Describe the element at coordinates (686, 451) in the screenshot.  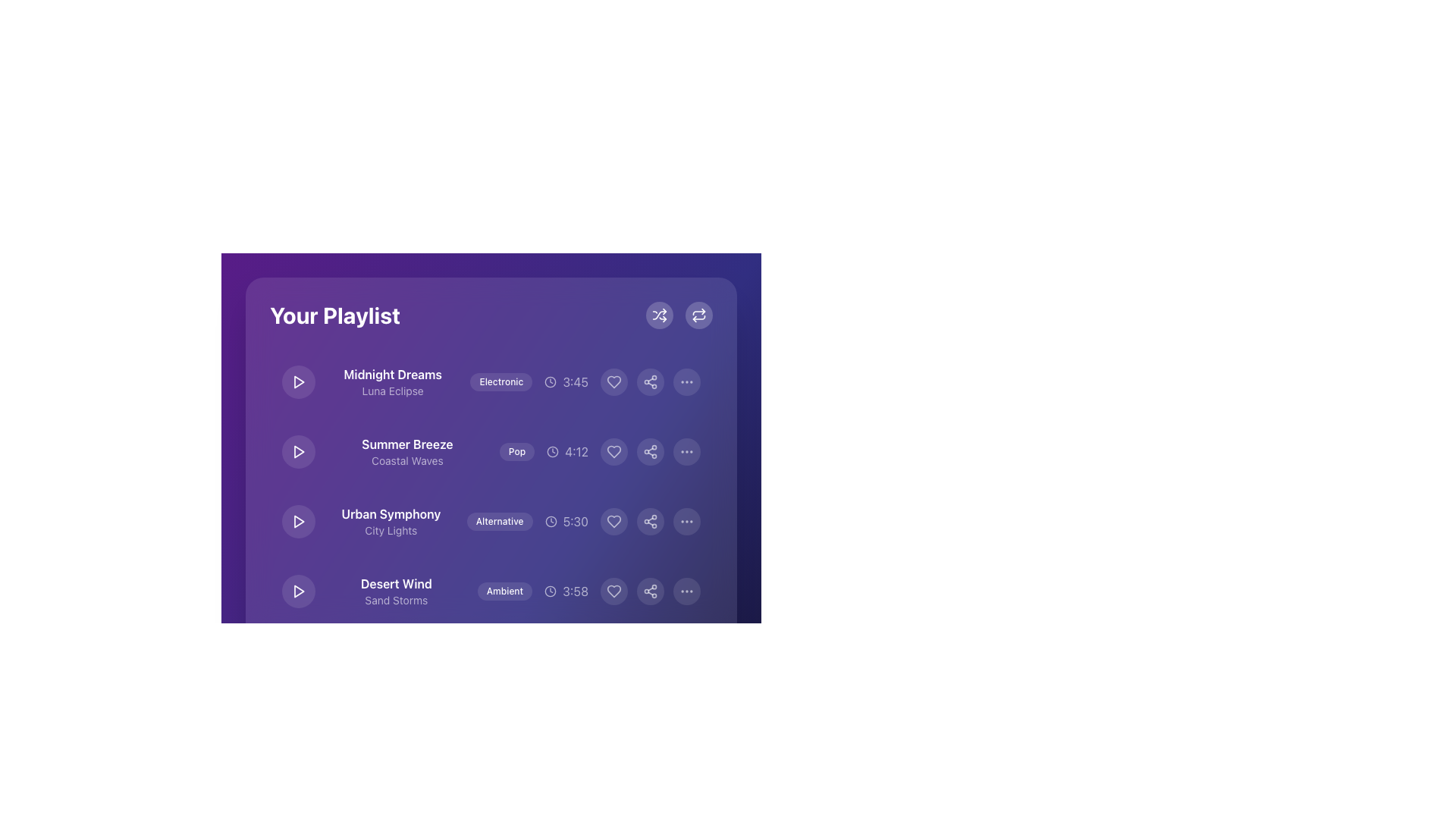
I see `the ellipsis icon within the button associated with the 'Summer Breeze' playlist` at that location.